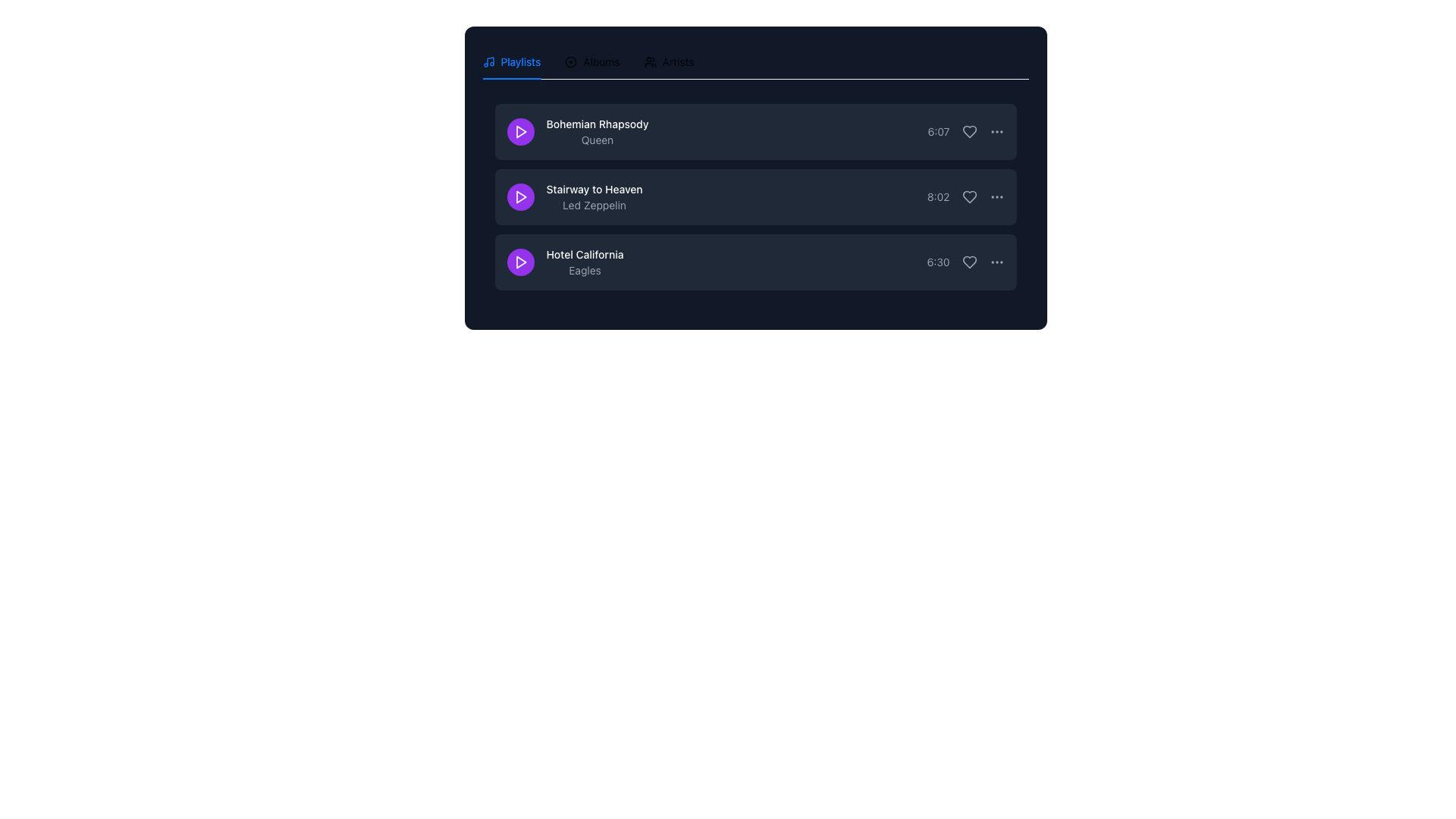 The width and height of the screenshot is (1456, 819). What do you see at coordinates (996, 262) in the screenshot?
I see `the horizontal ellipsis icon button located` at bounding box center [996, 262].